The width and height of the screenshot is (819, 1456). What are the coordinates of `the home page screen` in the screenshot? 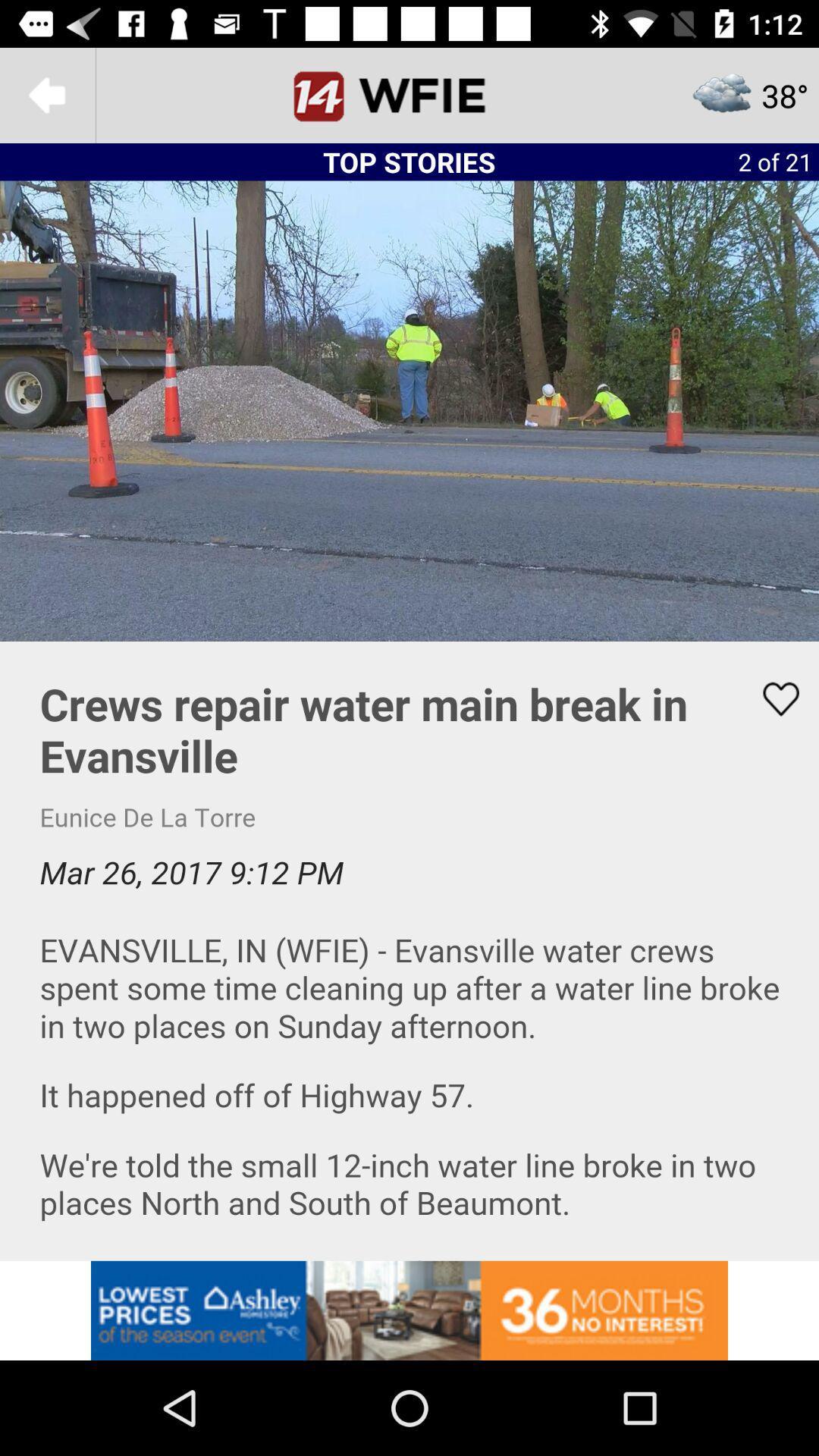 It's located at (409, 94).